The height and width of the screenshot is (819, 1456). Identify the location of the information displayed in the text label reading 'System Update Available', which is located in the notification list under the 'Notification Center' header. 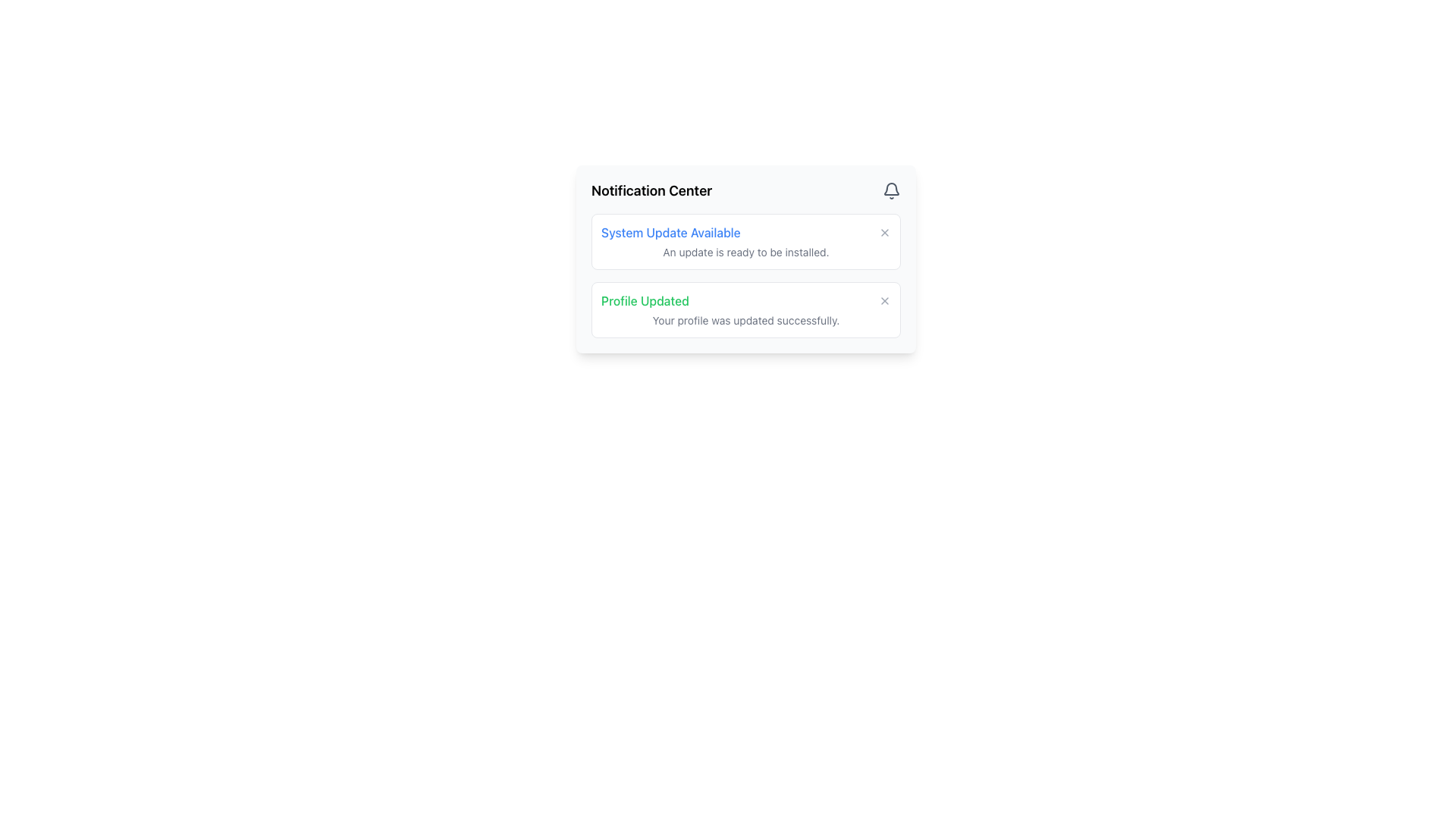
(670, 233).